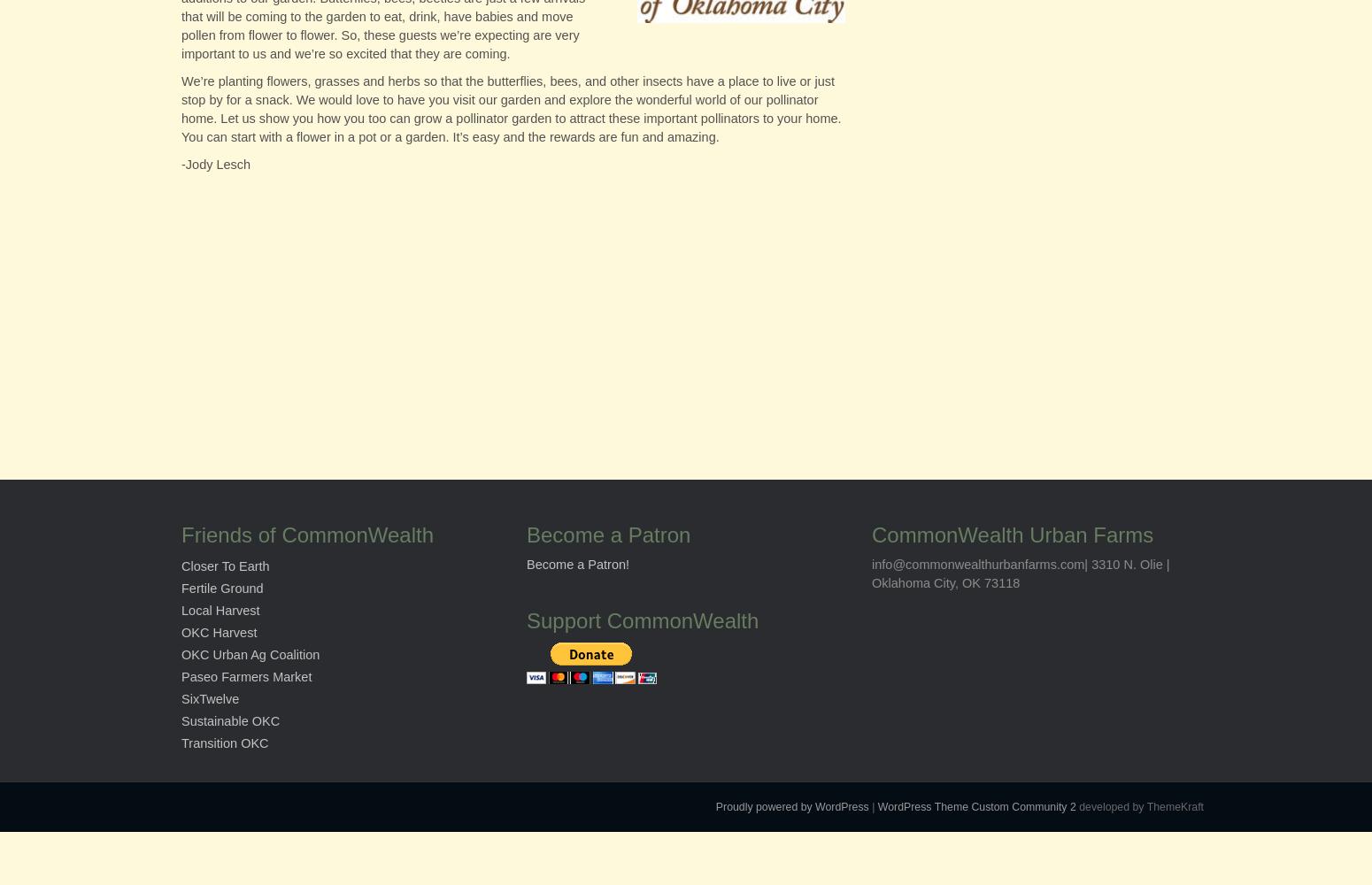  What do you see at coordinates (215, 165) in the screenshot?
I see `'-Jody Lesch'` at bounding box center [215, 165].